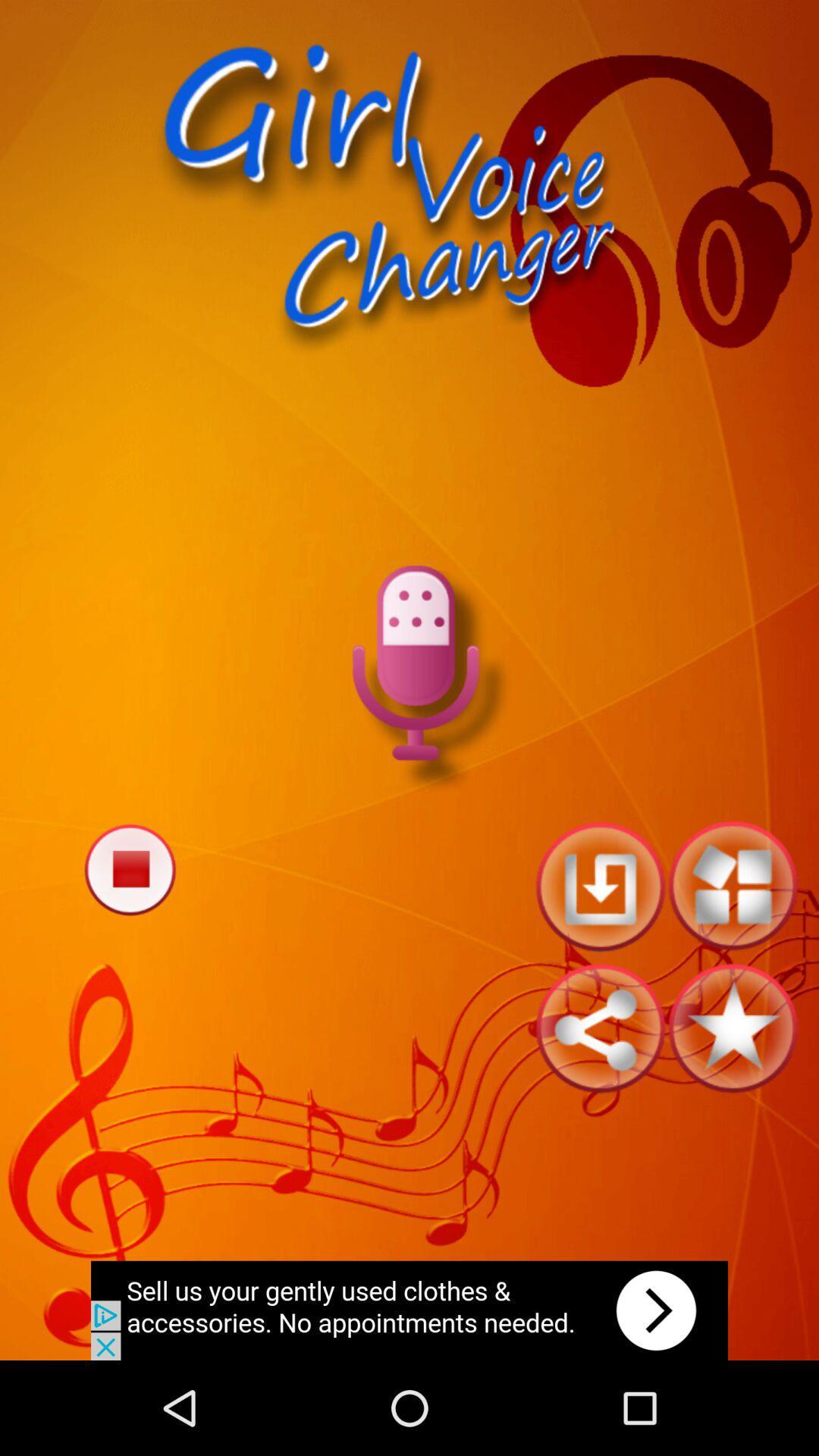 The width and height of the screenshot is (819, 1456). What do you see at coordinates (409, 1310) in the screenshot?
I see `open the advertisement link` at bounding box center [409, 1310].